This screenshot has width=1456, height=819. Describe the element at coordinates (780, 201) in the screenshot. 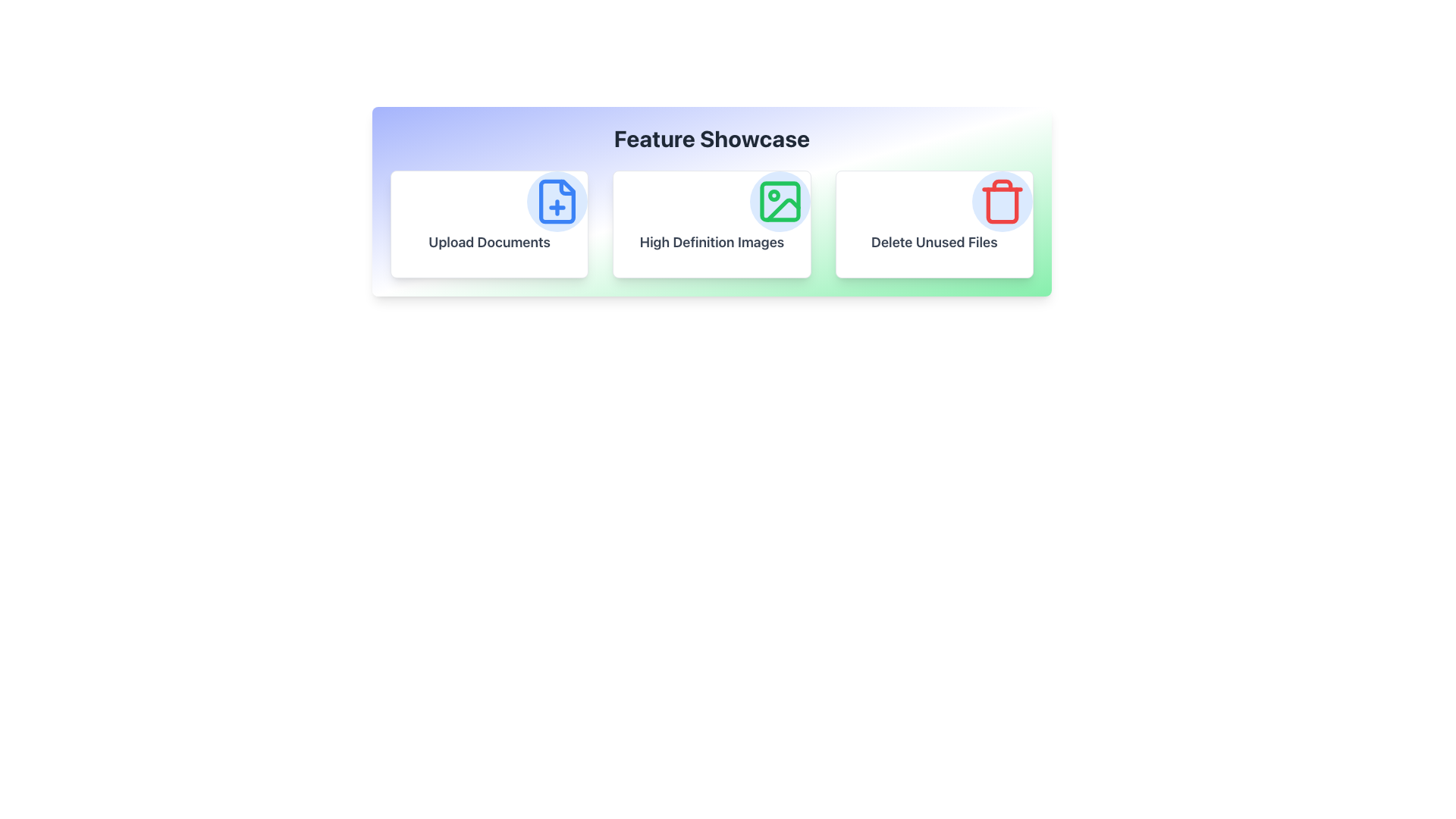

I see `the Decorative Icon located in the top-right corner of the 'High Definition Images' card, positioned above the text label and near the card's border` at that location.